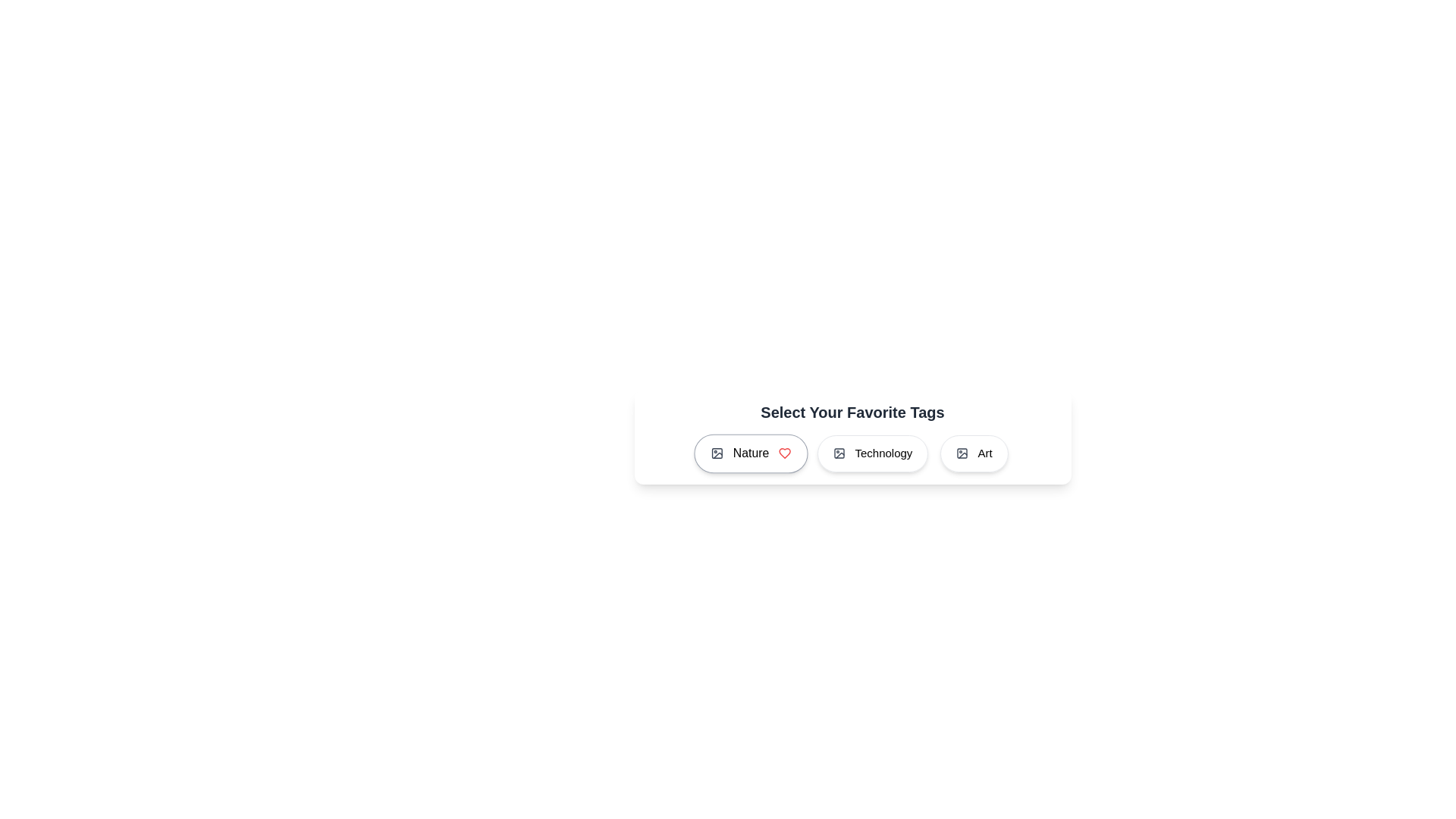 This screenshot has width=1456, height=819. I want to click on the icon inside the tag labeled Art, so click(962, 453).